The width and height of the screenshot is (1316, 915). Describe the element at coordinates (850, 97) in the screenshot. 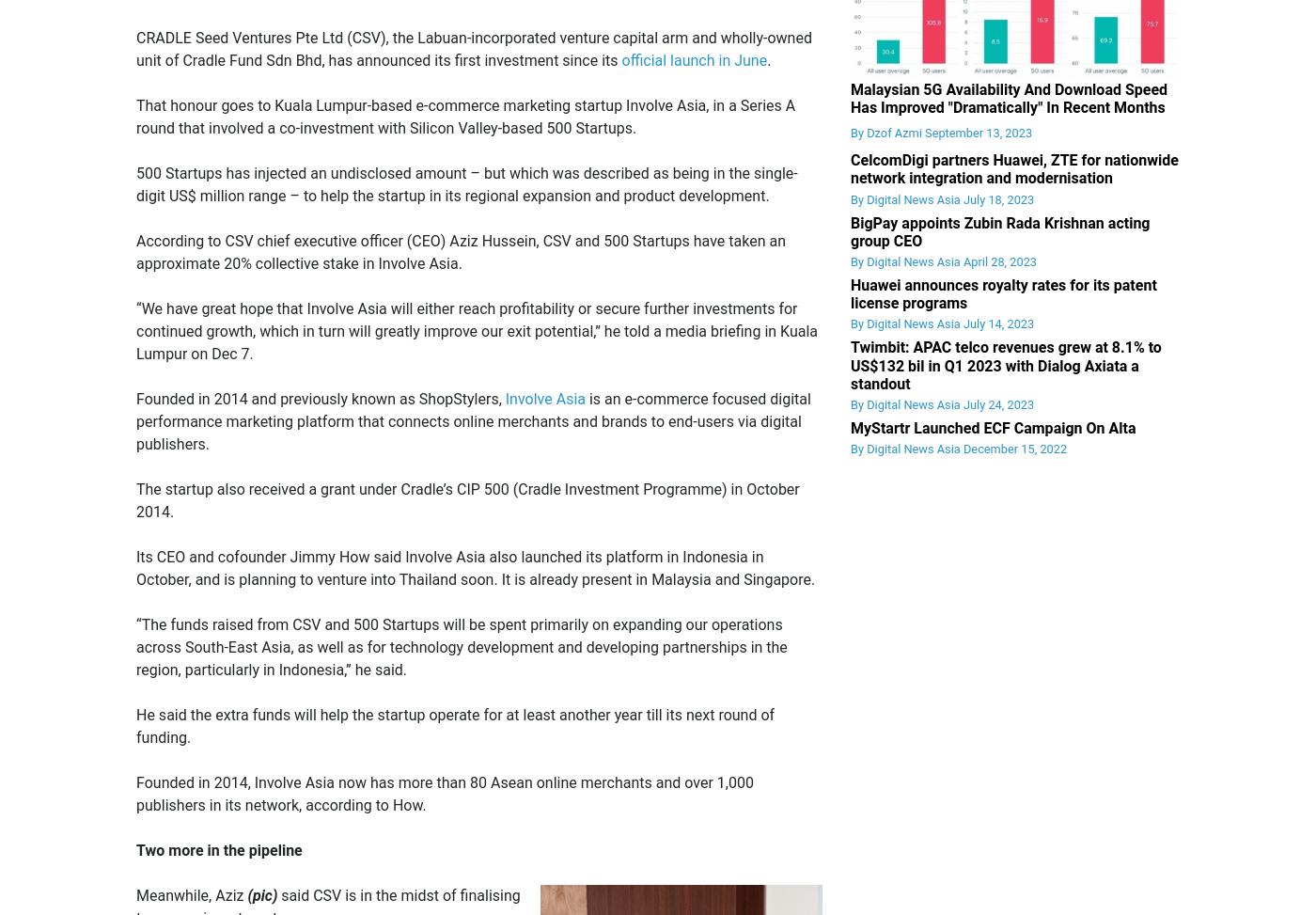

I see `'Malaysian 5G availability and download speed has improved "dramatically" in recent months'` at that location.